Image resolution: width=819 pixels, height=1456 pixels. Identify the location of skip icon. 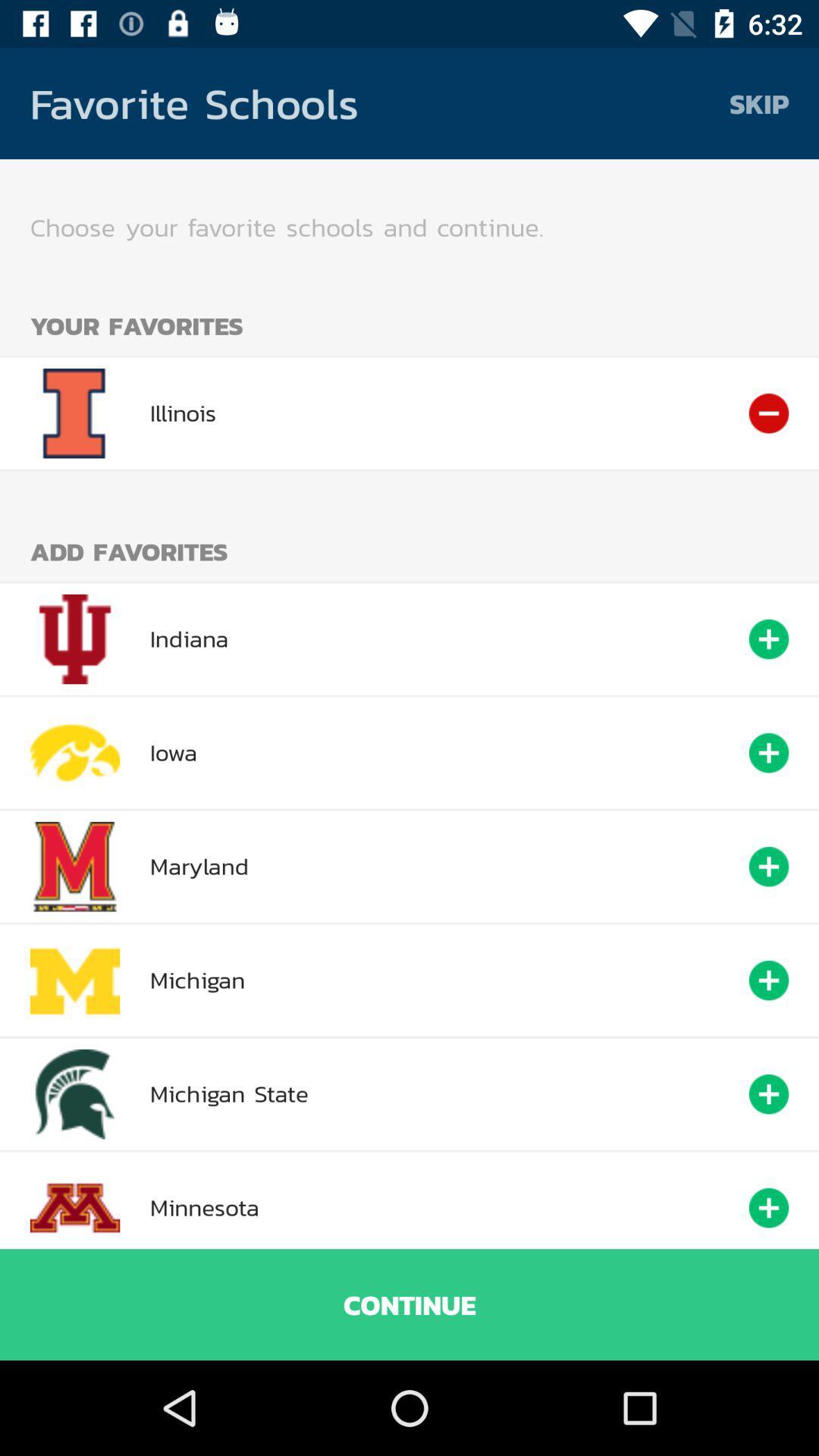
(759, 102).